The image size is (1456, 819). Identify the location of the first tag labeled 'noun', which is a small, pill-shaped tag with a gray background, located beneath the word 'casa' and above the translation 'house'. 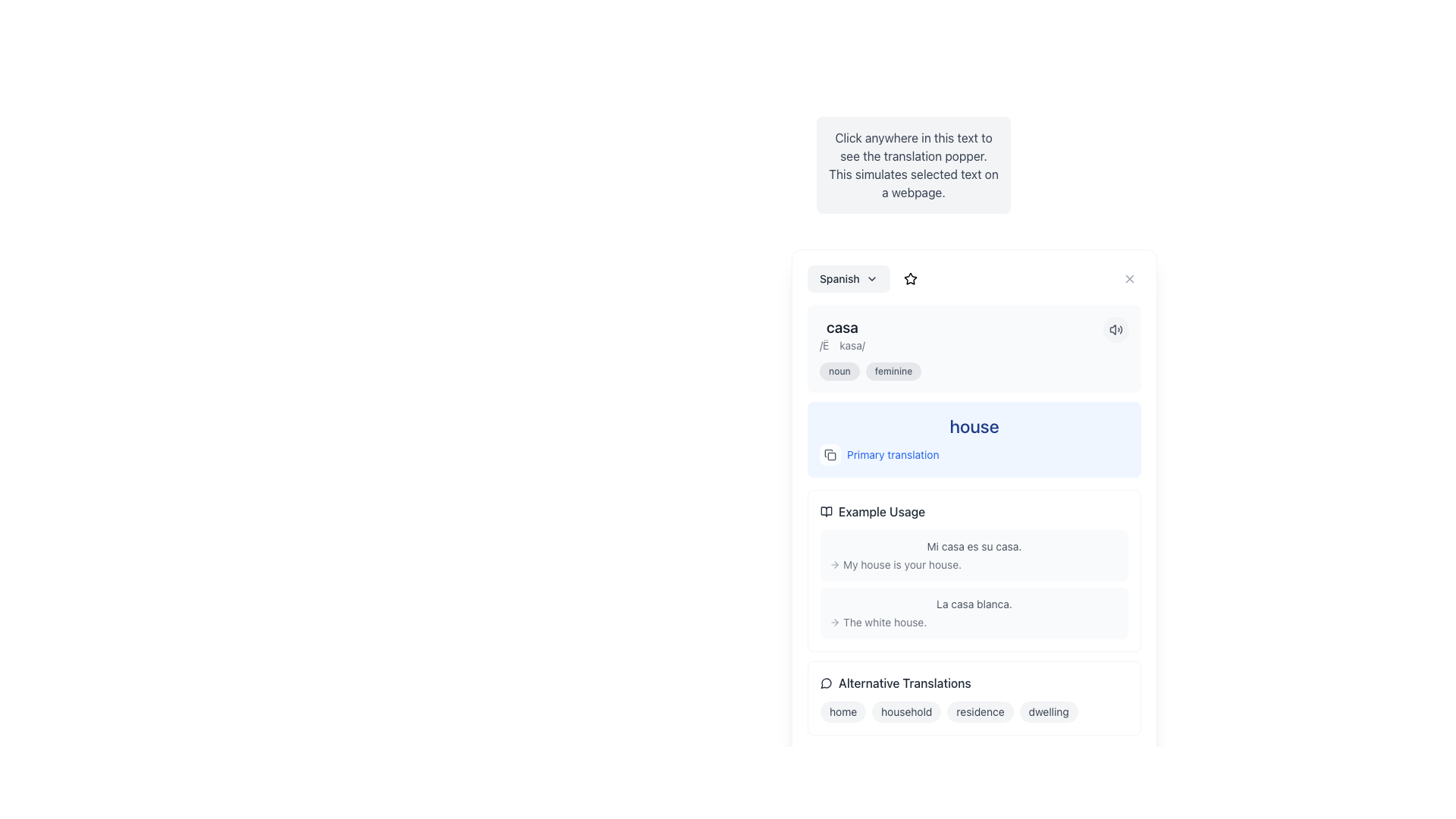
(839, 371).